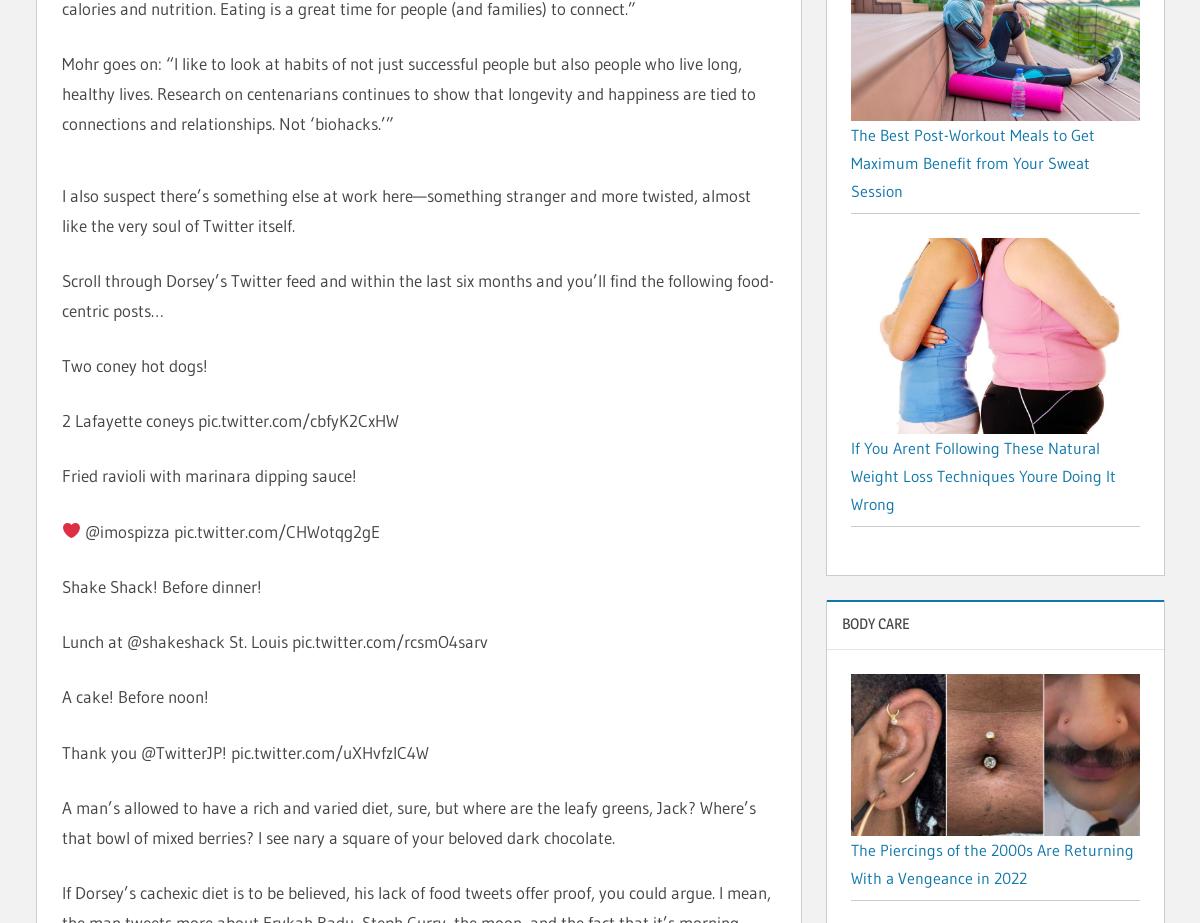 This screenshot has height=923, width=1200. What do you see at coordinates (417, 294) in the screenshot?
I see `'Scroll through Dorsey’s Twitter feed and within the last six months and you’ll find the following food-centric posts…'` at bounding box center [417, 294].